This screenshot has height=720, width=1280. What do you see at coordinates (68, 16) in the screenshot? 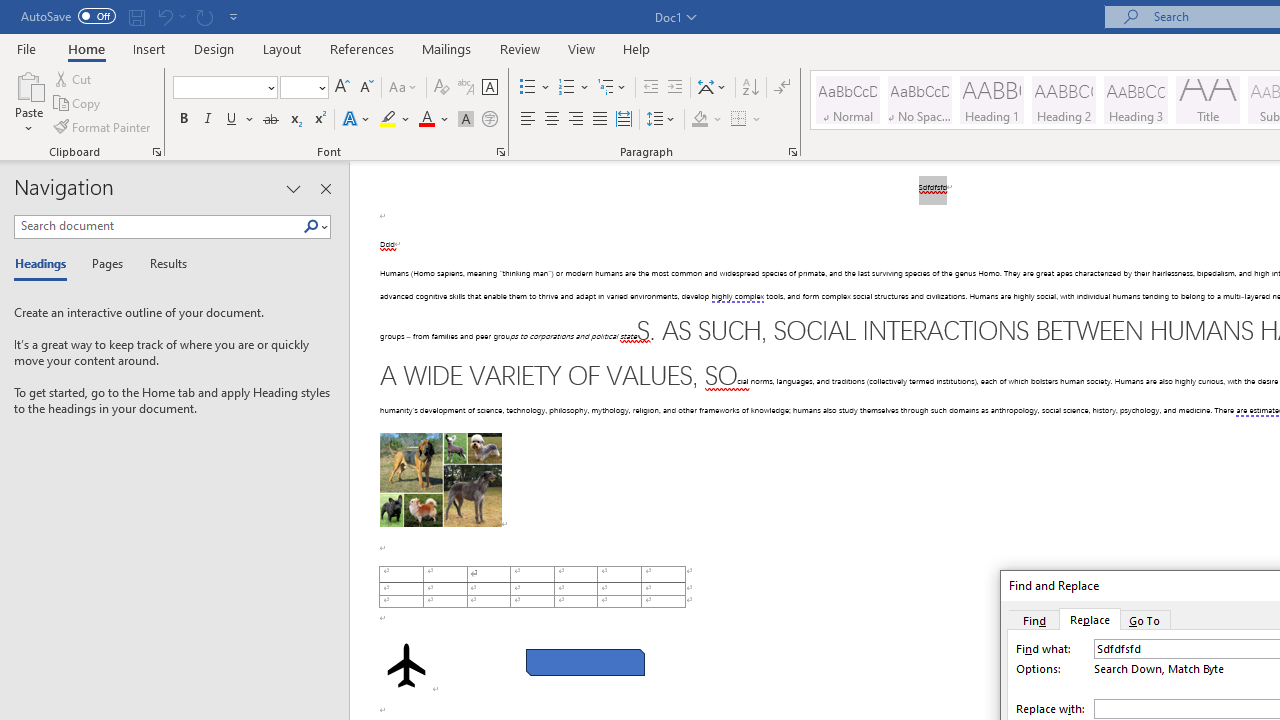
I see `'AutoSave'` at bounding box center [68, 16].